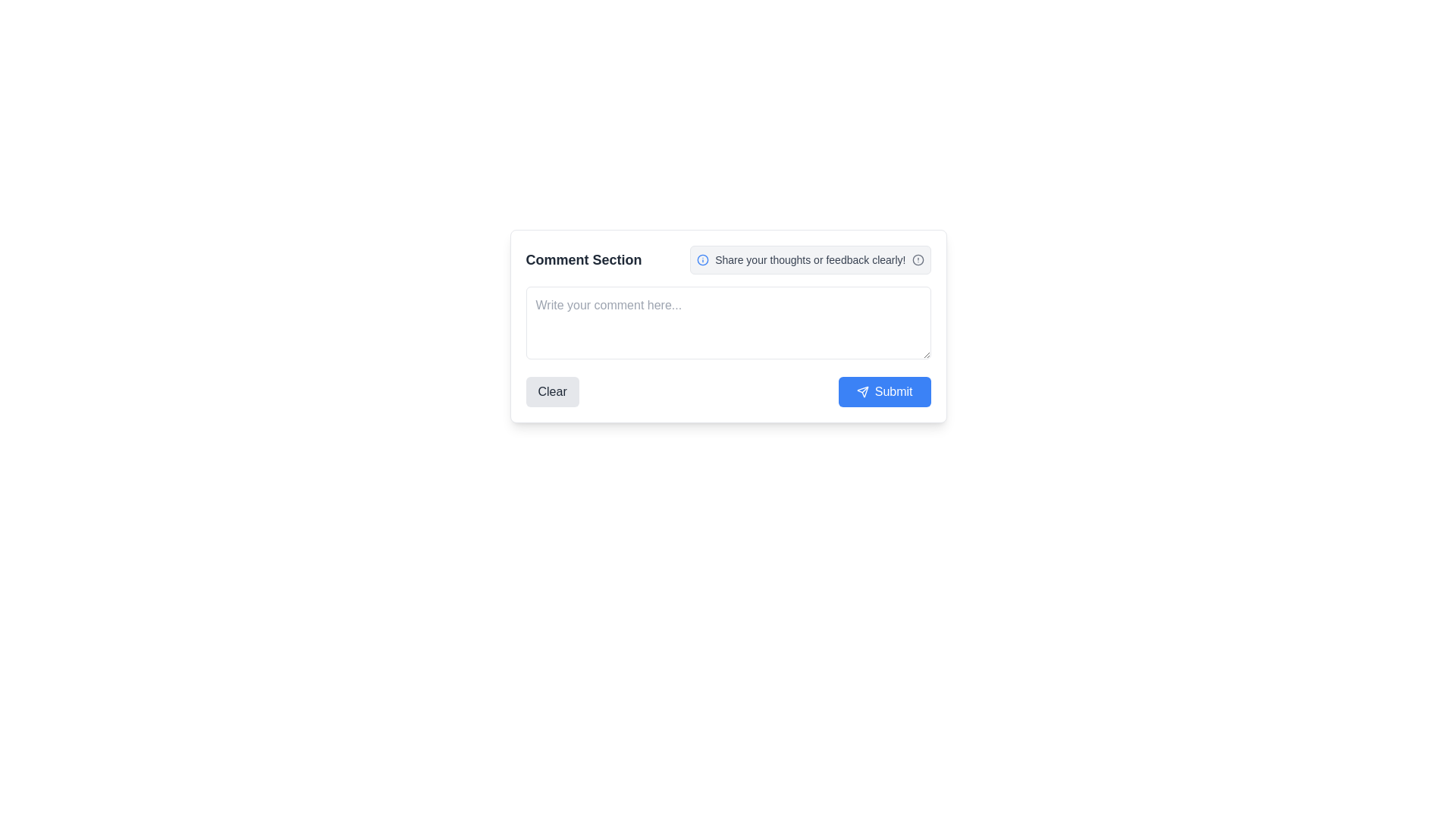 The width and height of the screenshot is (1456, 819). Describe the element at coordinates (702, 259) in the screenshot. I see `the decorative SVG circle within the information icon located to the right of the 'Comment Section' title` at that location.